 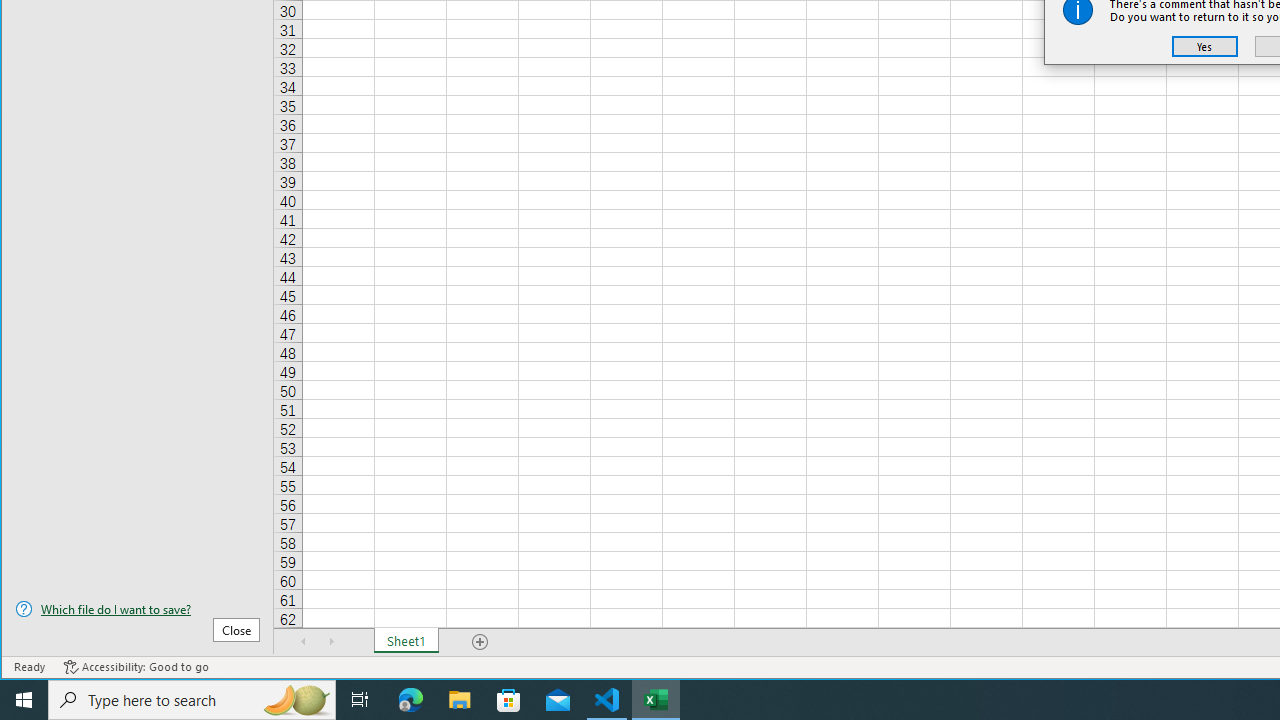 I want to click on 'Microsoft Store', so click(x=509, y=698).